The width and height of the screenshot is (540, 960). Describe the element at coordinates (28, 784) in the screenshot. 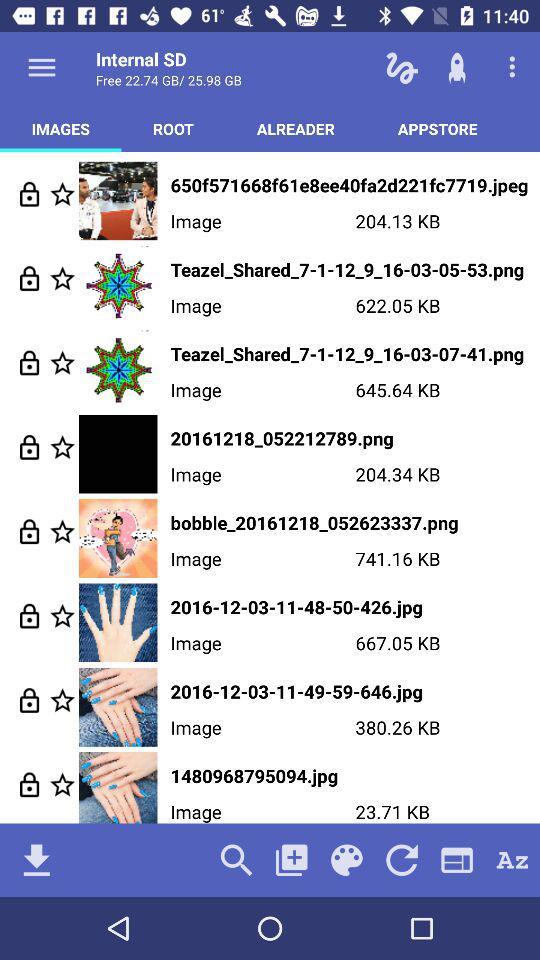

I see `locked image` at that location.